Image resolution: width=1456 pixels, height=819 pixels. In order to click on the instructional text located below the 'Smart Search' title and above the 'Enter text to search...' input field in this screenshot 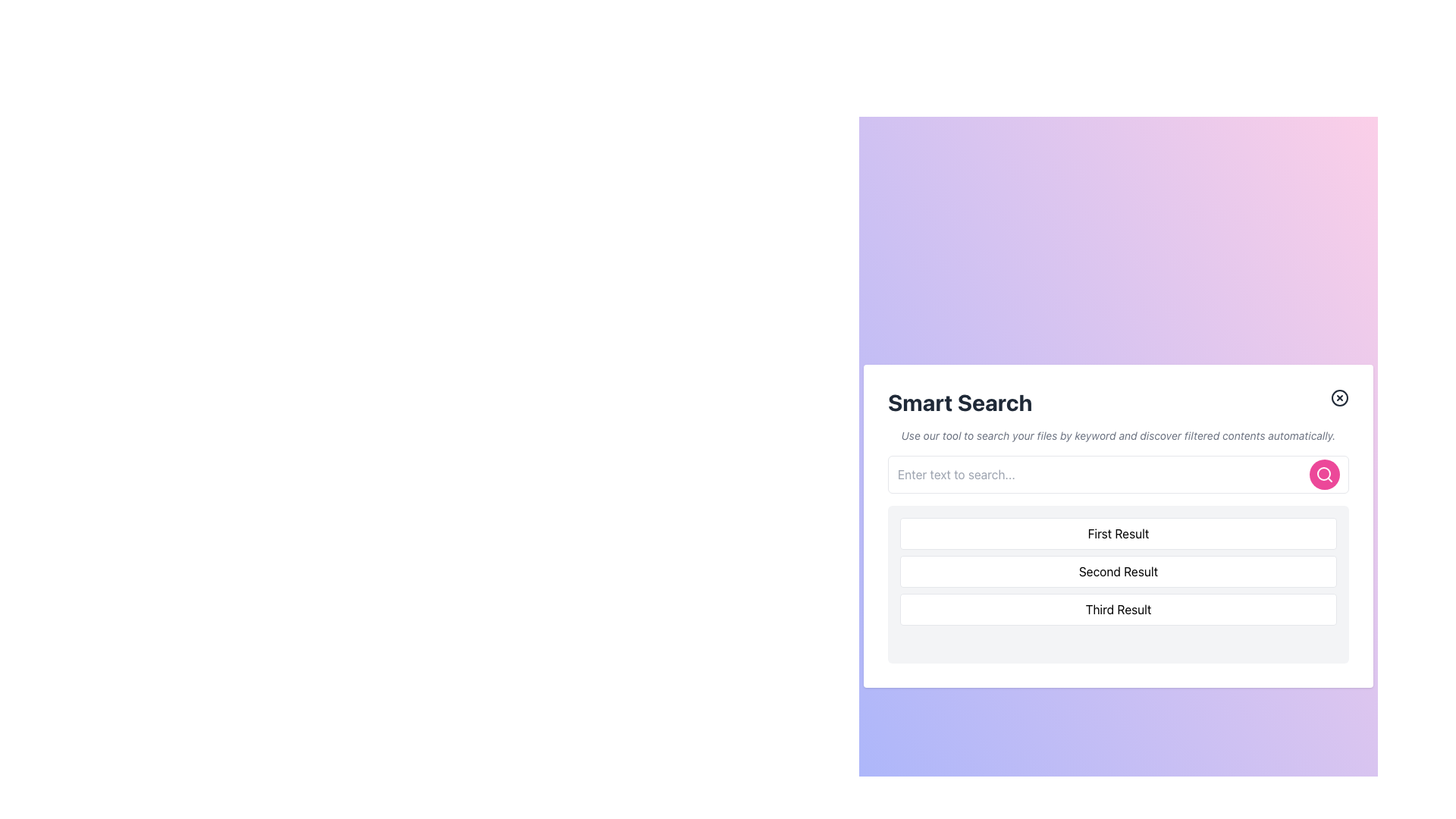, I will do `click(1118, 435)`.